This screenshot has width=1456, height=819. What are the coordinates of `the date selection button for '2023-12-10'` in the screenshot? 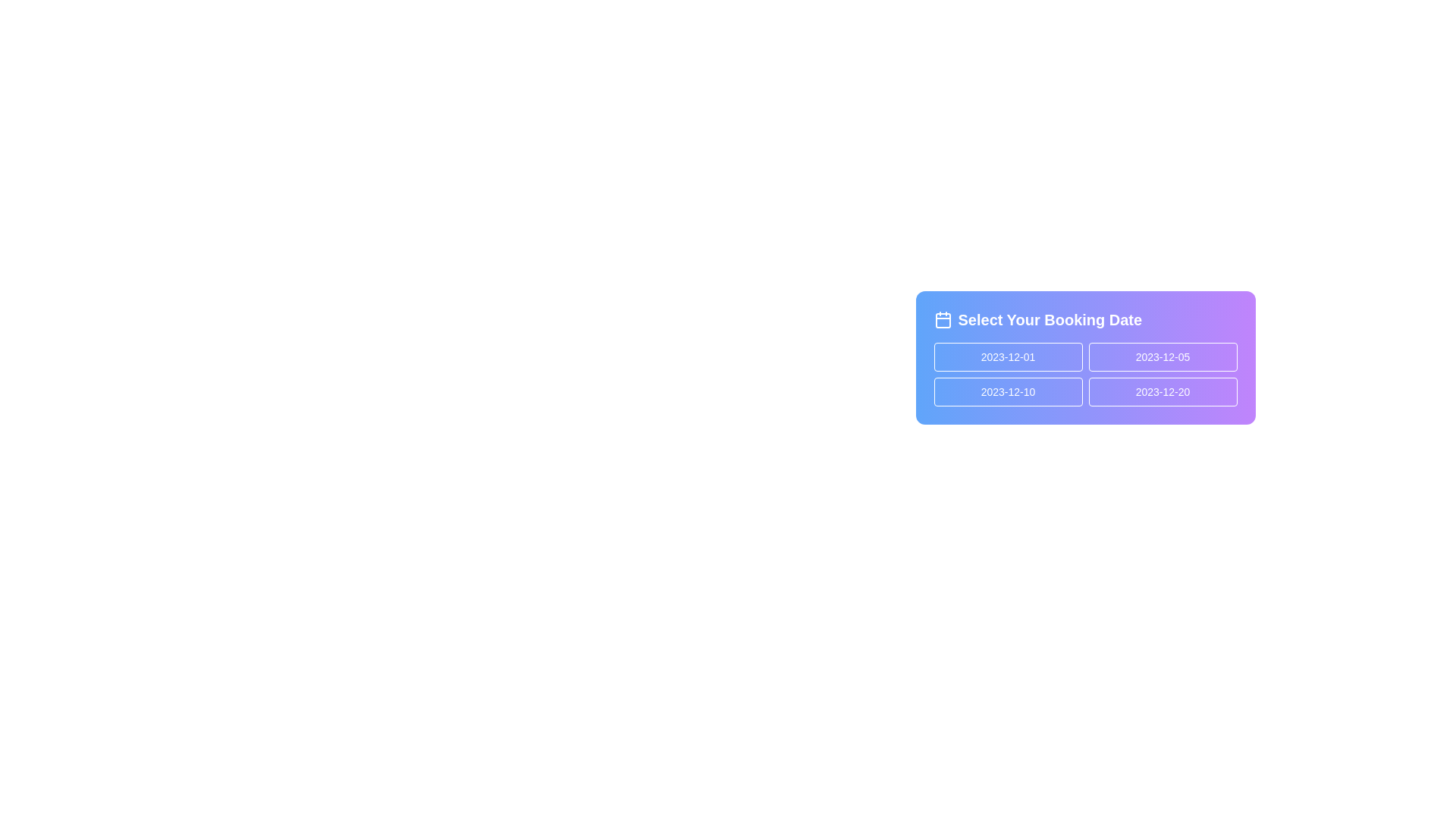 It's located at (1008, 391).